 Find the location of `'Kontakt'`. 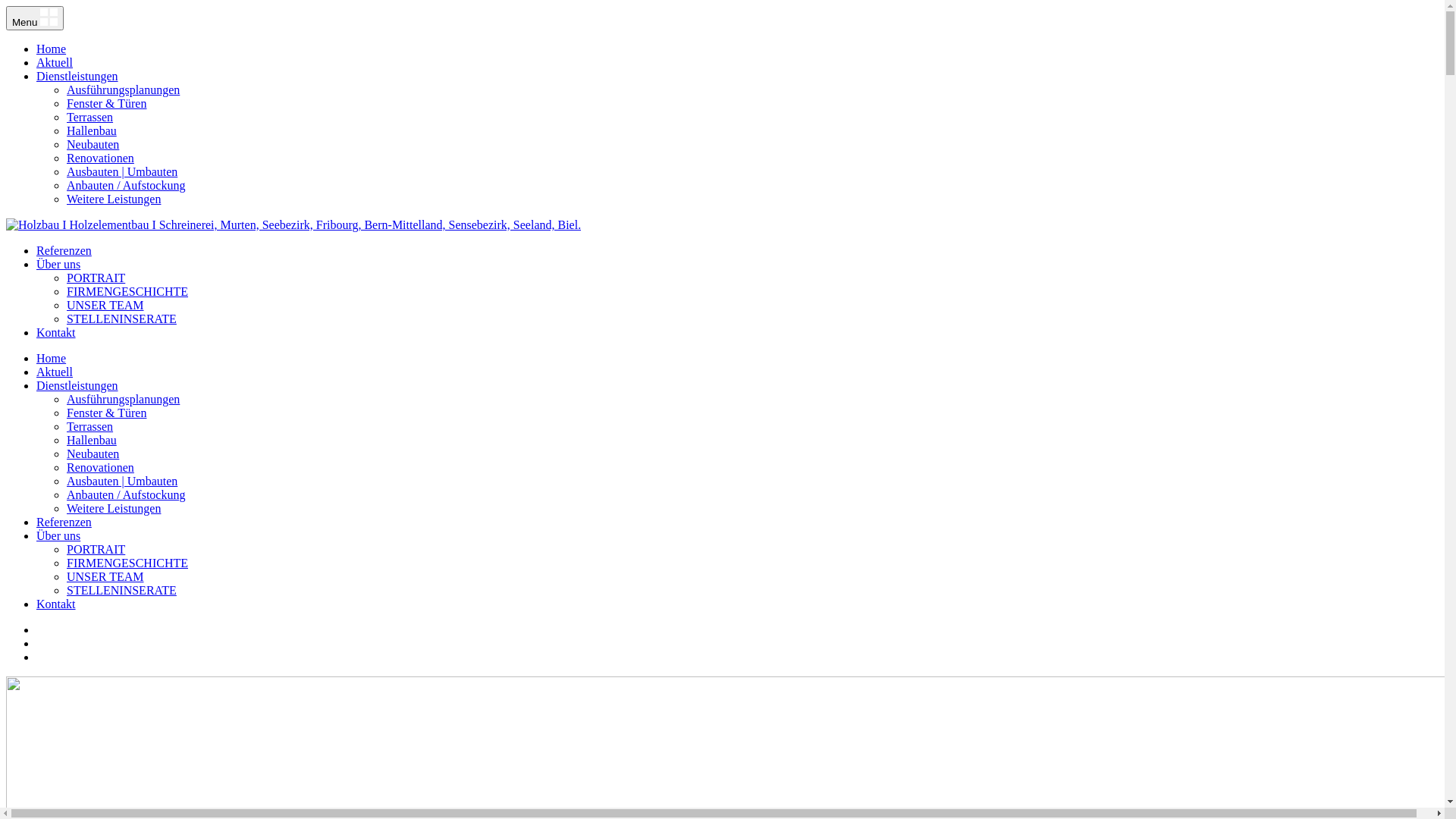

'Kontakt' is located at coordinates (55, 331).